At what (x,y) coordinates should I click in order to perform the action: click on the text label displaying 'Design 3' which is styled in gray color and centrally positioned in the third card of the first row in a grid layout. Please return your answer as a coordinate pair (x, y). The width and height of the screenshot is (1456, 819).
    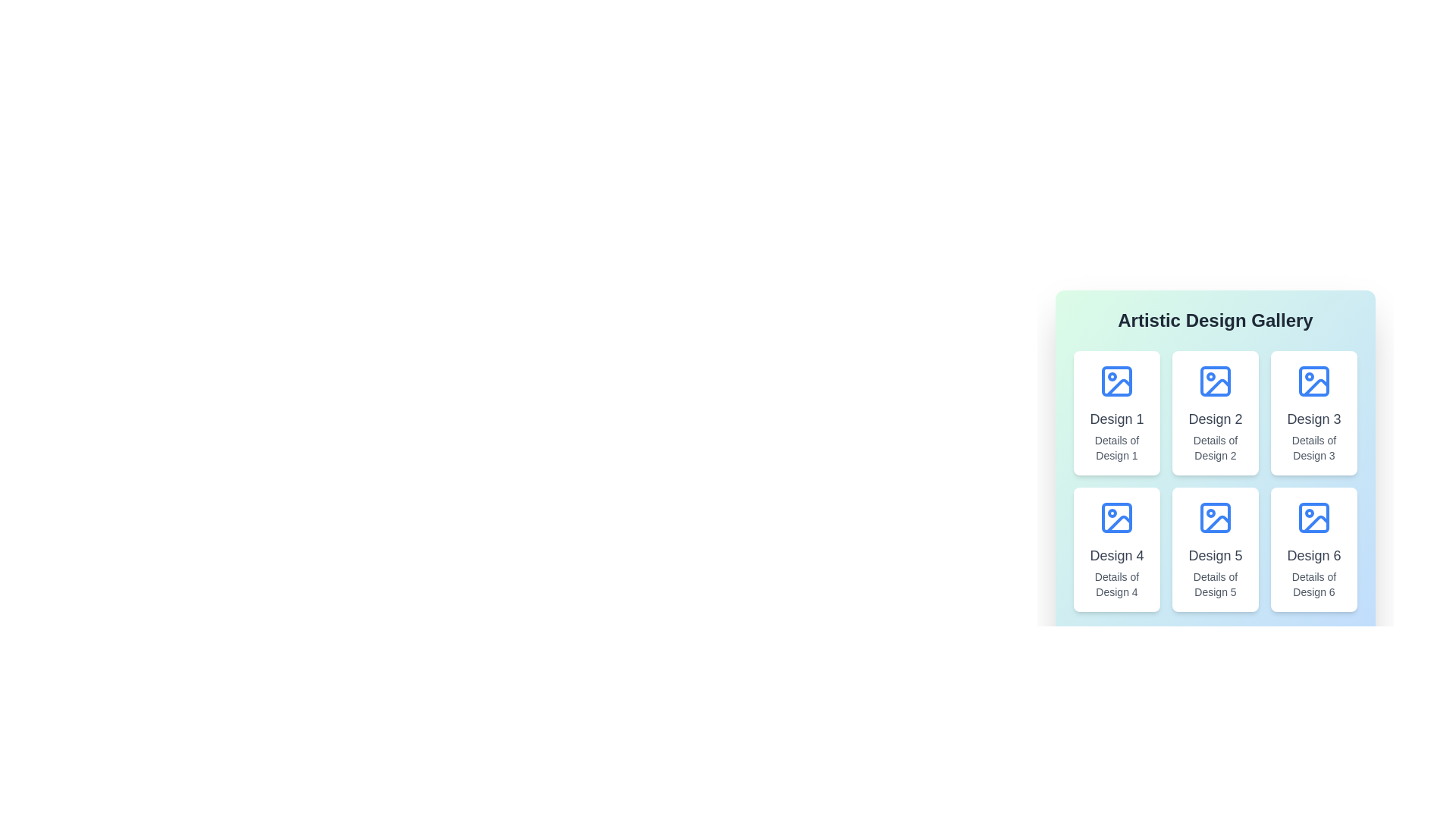
    Looking at the image, I should click on (1313, 419).